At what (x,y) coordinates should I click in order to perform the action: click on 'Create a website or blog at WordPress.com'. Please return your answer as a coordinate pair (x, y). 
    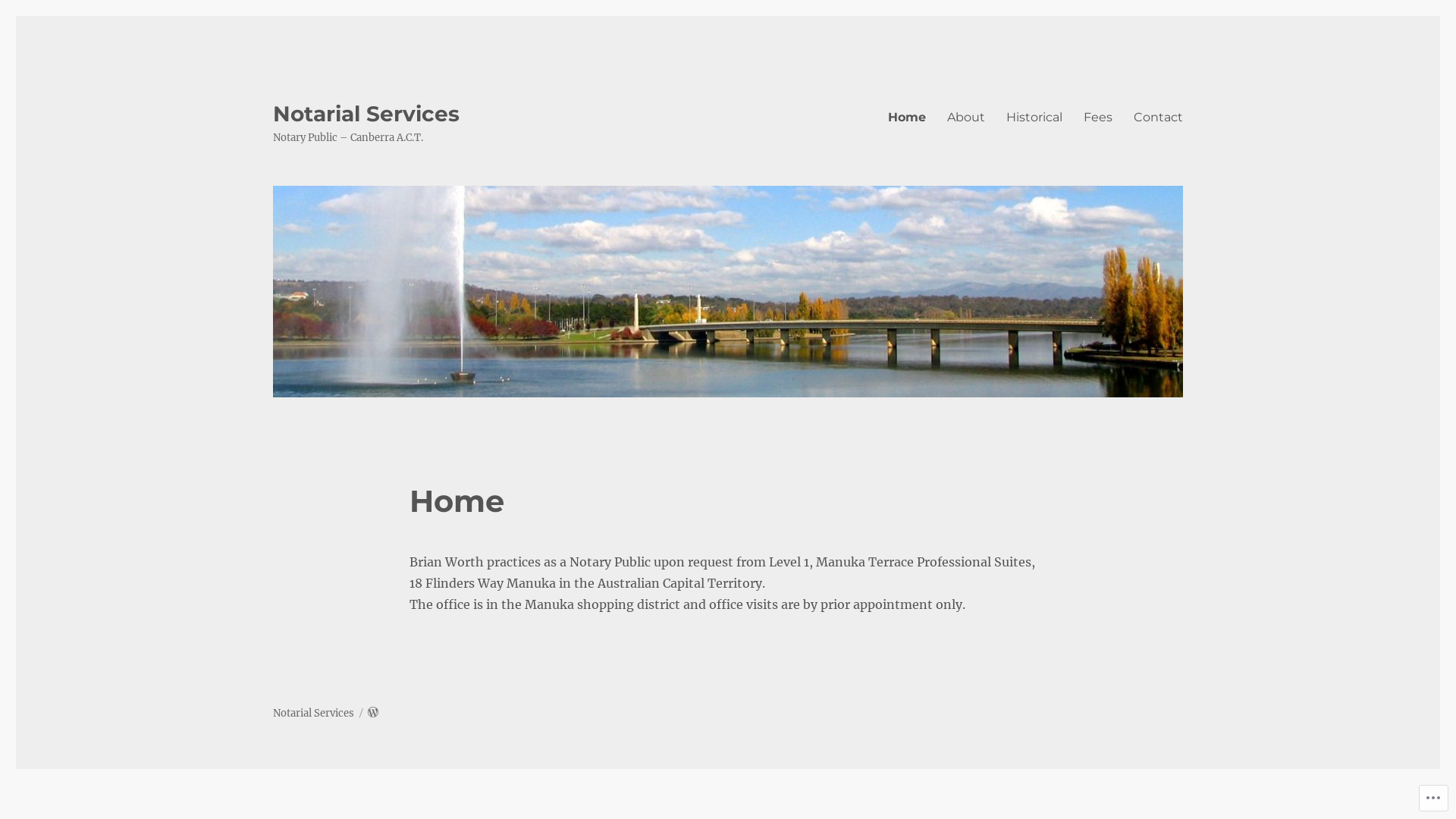
    Looking at the image, I should click on (372, 713).